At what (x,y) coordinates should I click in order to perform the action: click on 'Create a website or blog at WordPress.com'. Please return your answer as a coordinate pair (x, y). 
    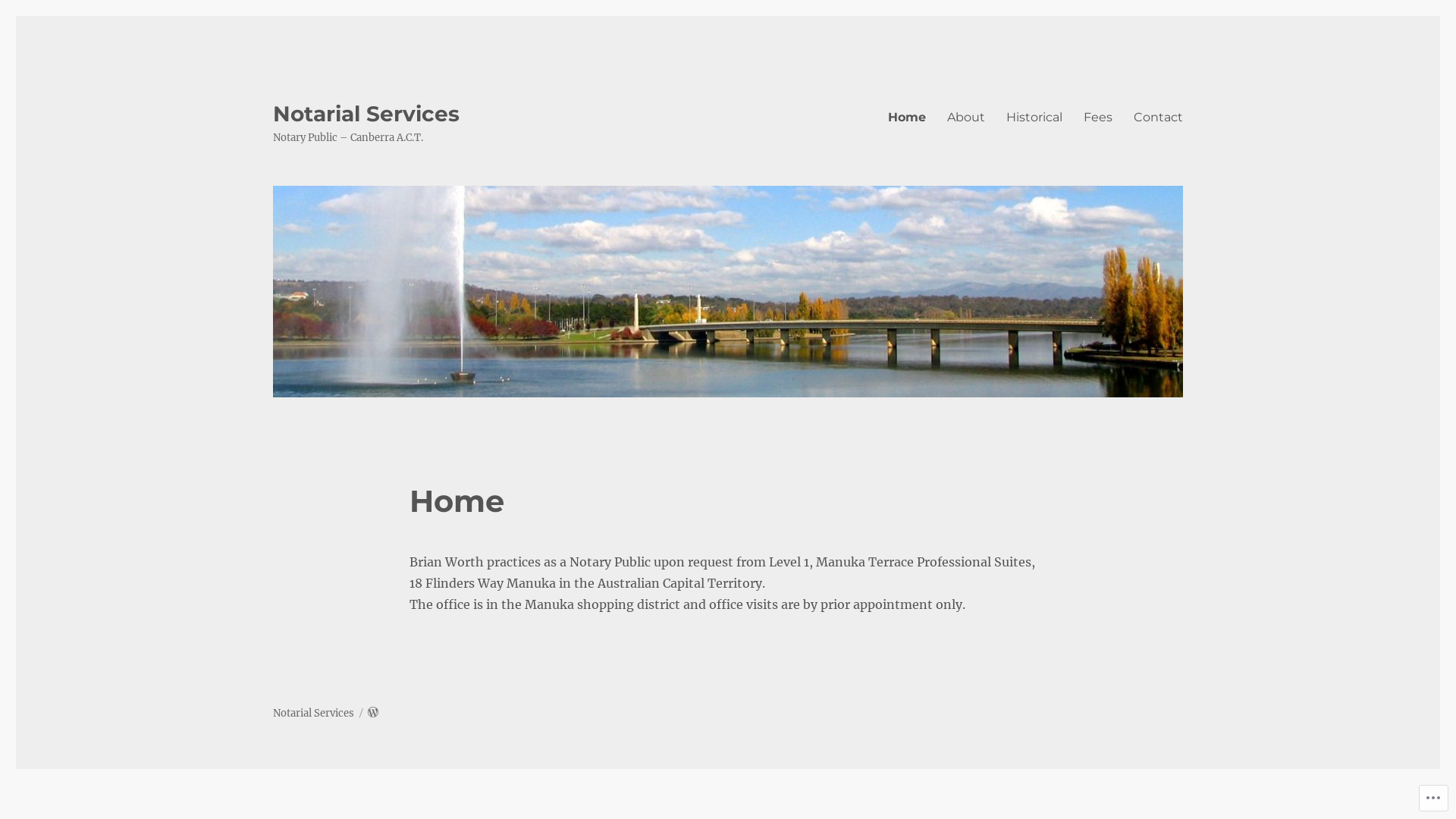
    Looking at the image, I should click on (372, 713).